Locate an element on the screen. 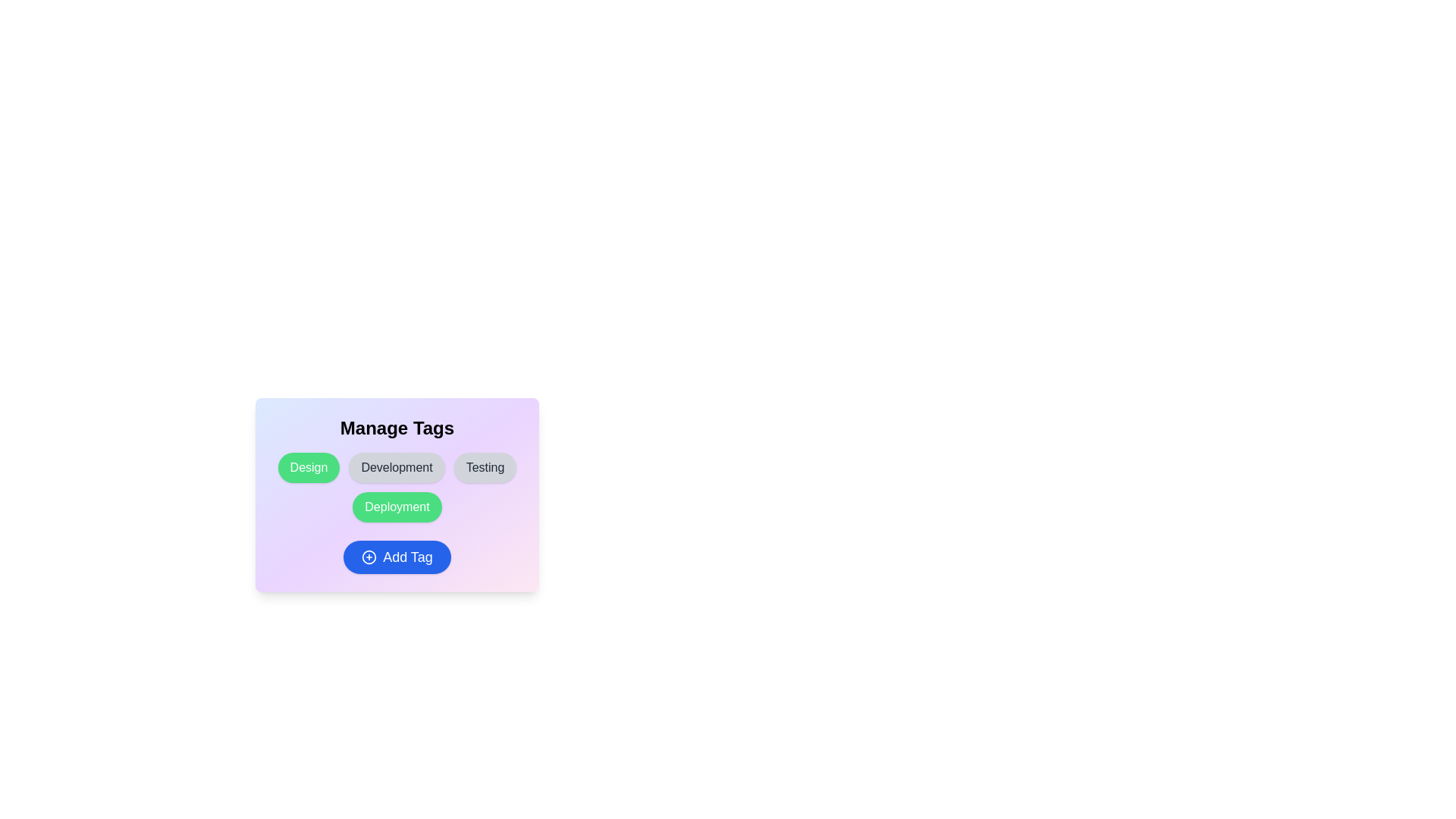 The height and width of the screenshot is (819, 1456). the tag chip labeled Design is located at coordinates (308, 467).